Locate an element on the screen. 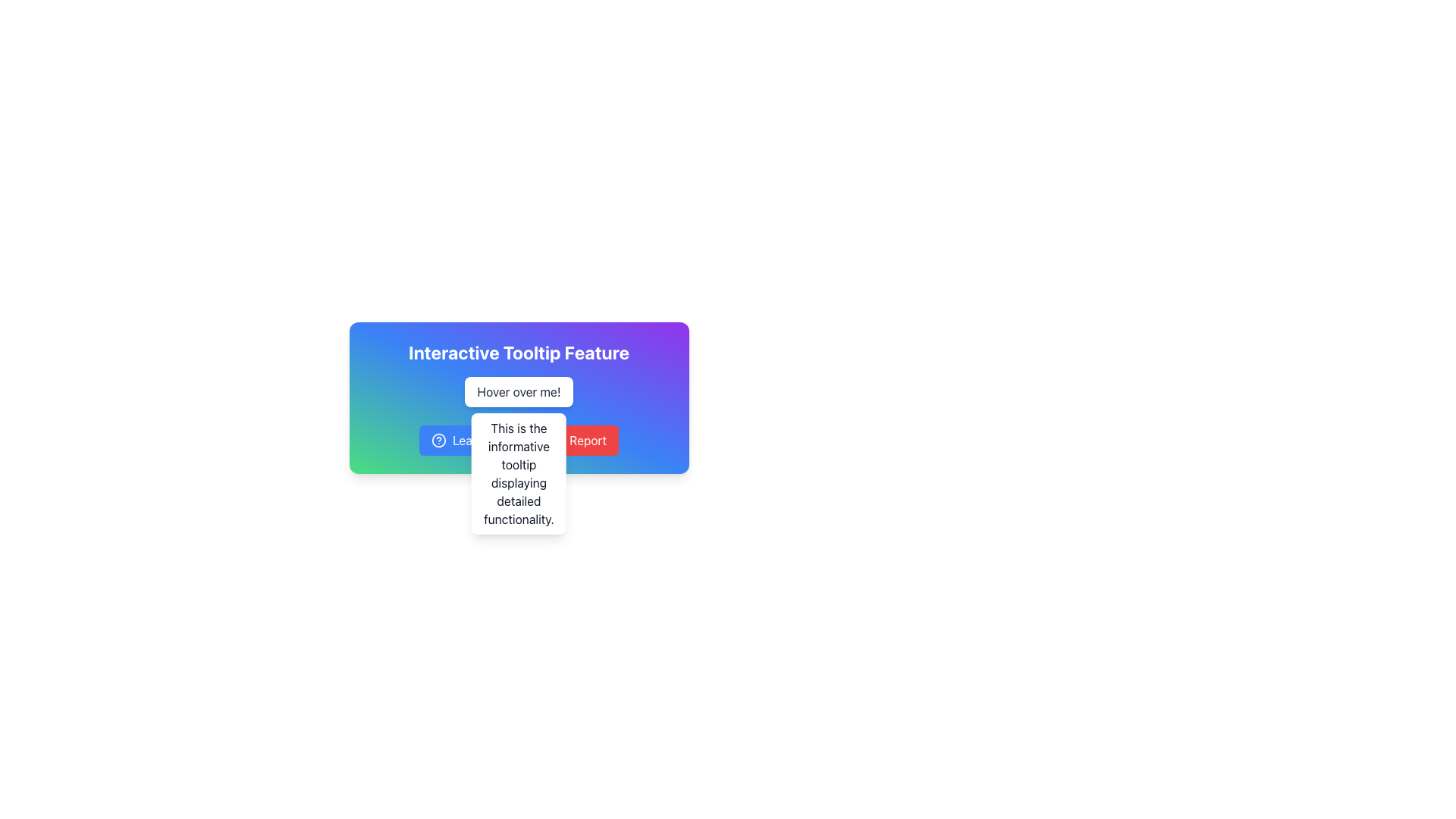 The width and height of the screenshot is (1456, 819). the blue 'Learn More' button with a question mark icon to potentially reveal more options or a tooltip is located at coordinates (472, 441).